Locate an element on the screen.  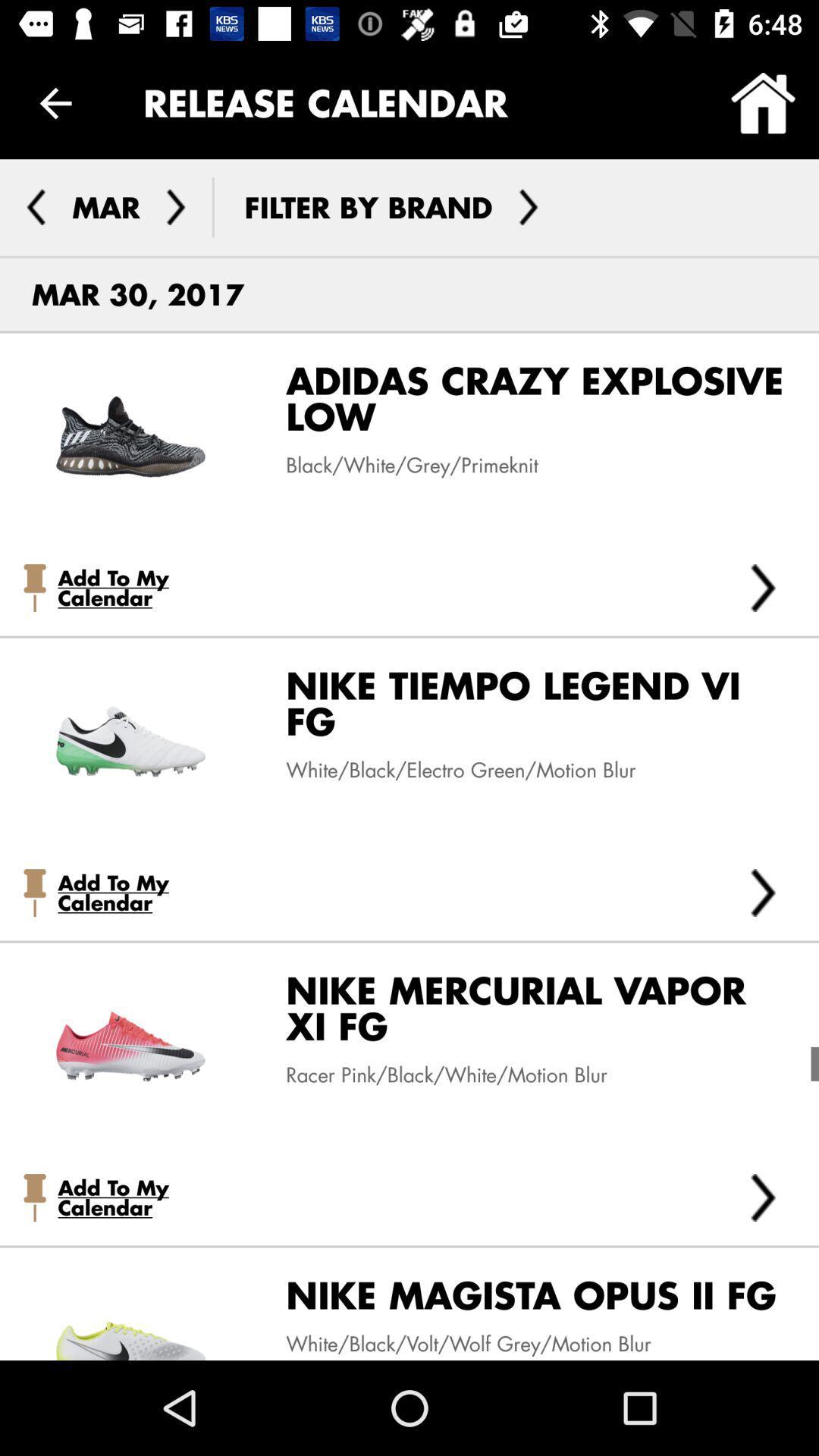
the icon at the top right corner is located at coordinates (763, 102).